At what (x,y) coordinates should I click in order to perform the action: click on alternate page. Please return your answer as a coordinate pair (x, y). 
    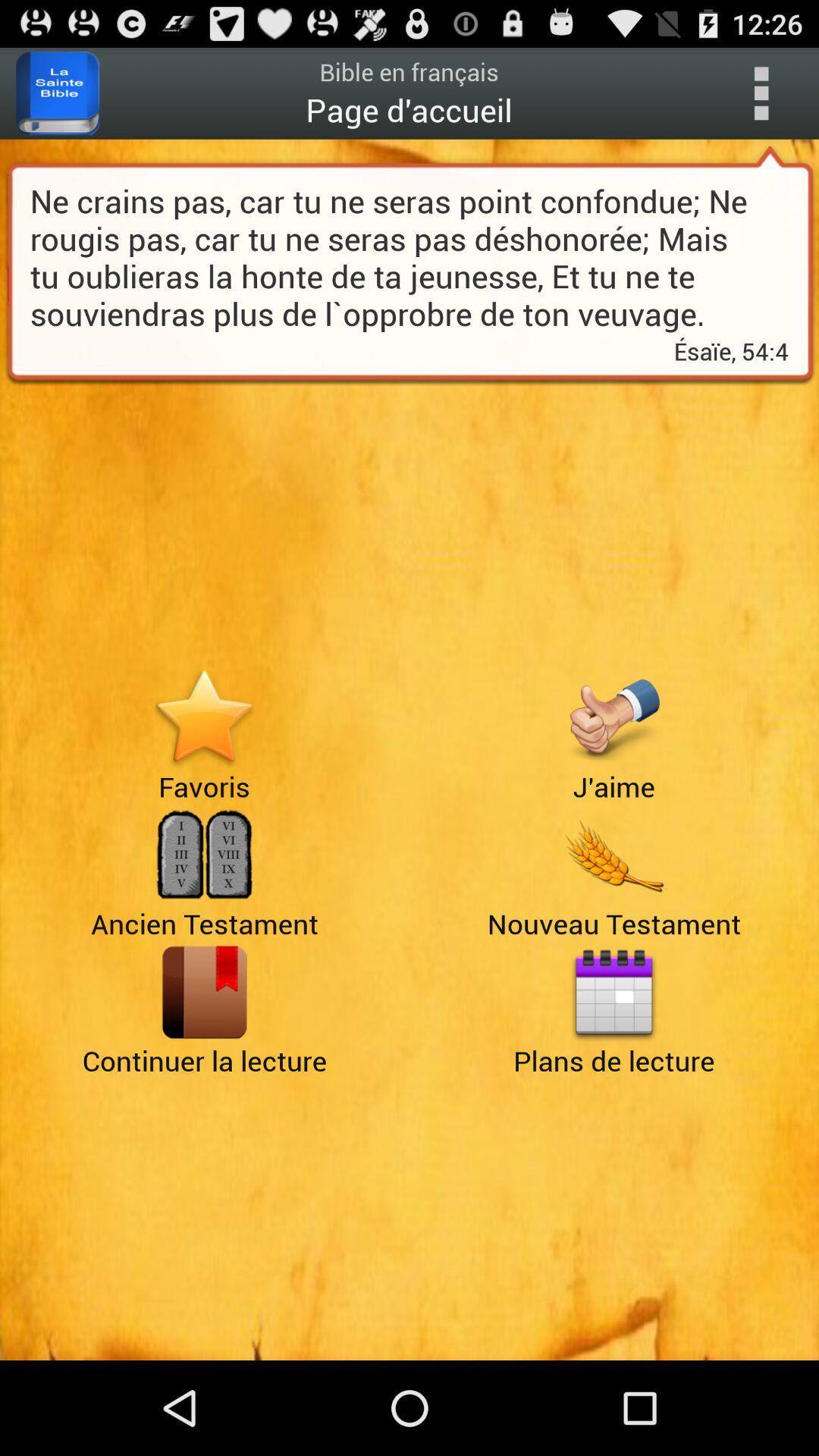
    Looking at the image, I should click on (203, 855).